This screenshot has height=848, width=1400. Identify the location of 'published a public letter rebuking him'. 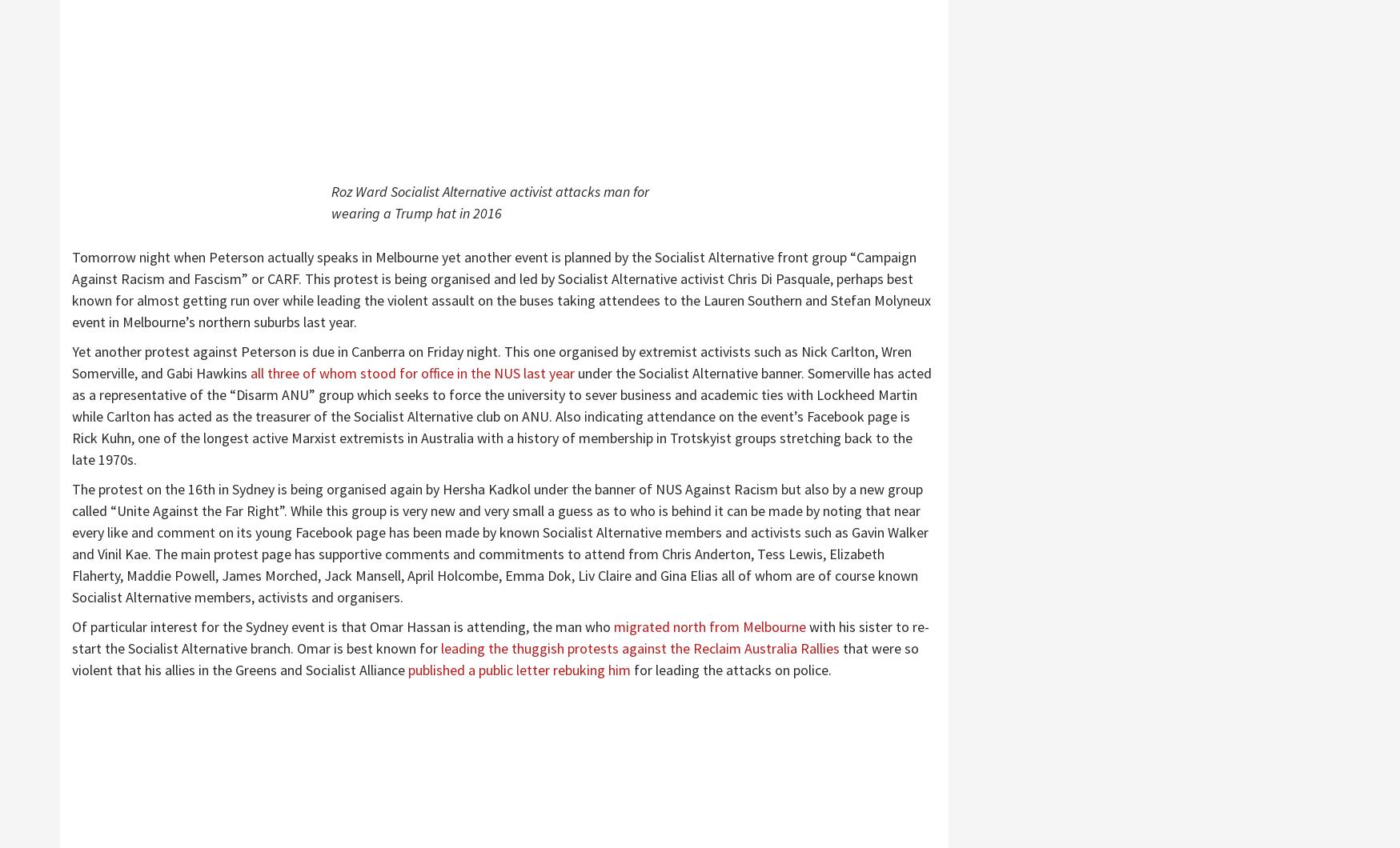
(407, 670).